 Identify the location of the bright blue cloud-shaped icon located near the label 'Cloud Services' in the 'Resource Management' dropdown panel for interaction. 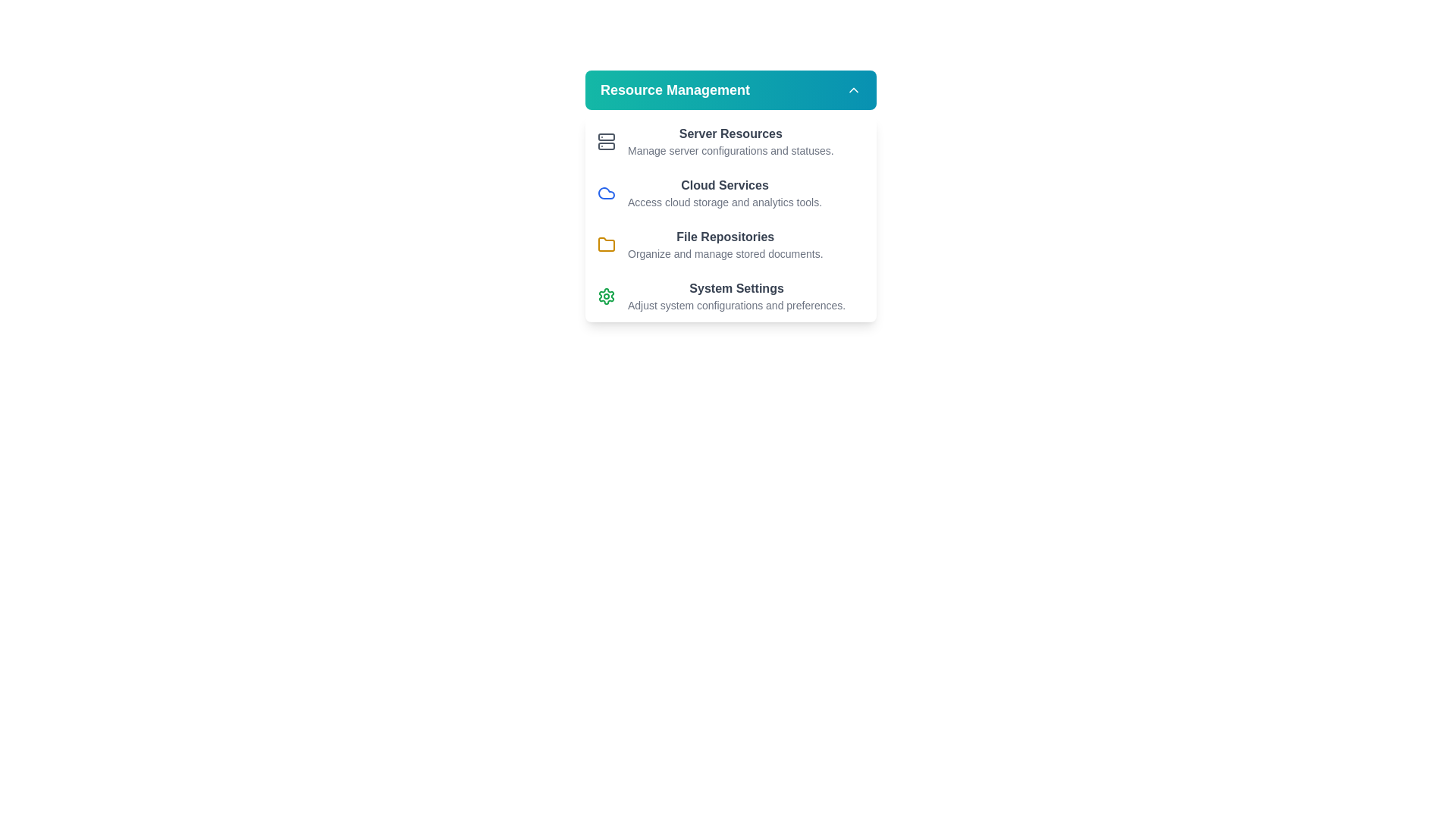
(607, 192).